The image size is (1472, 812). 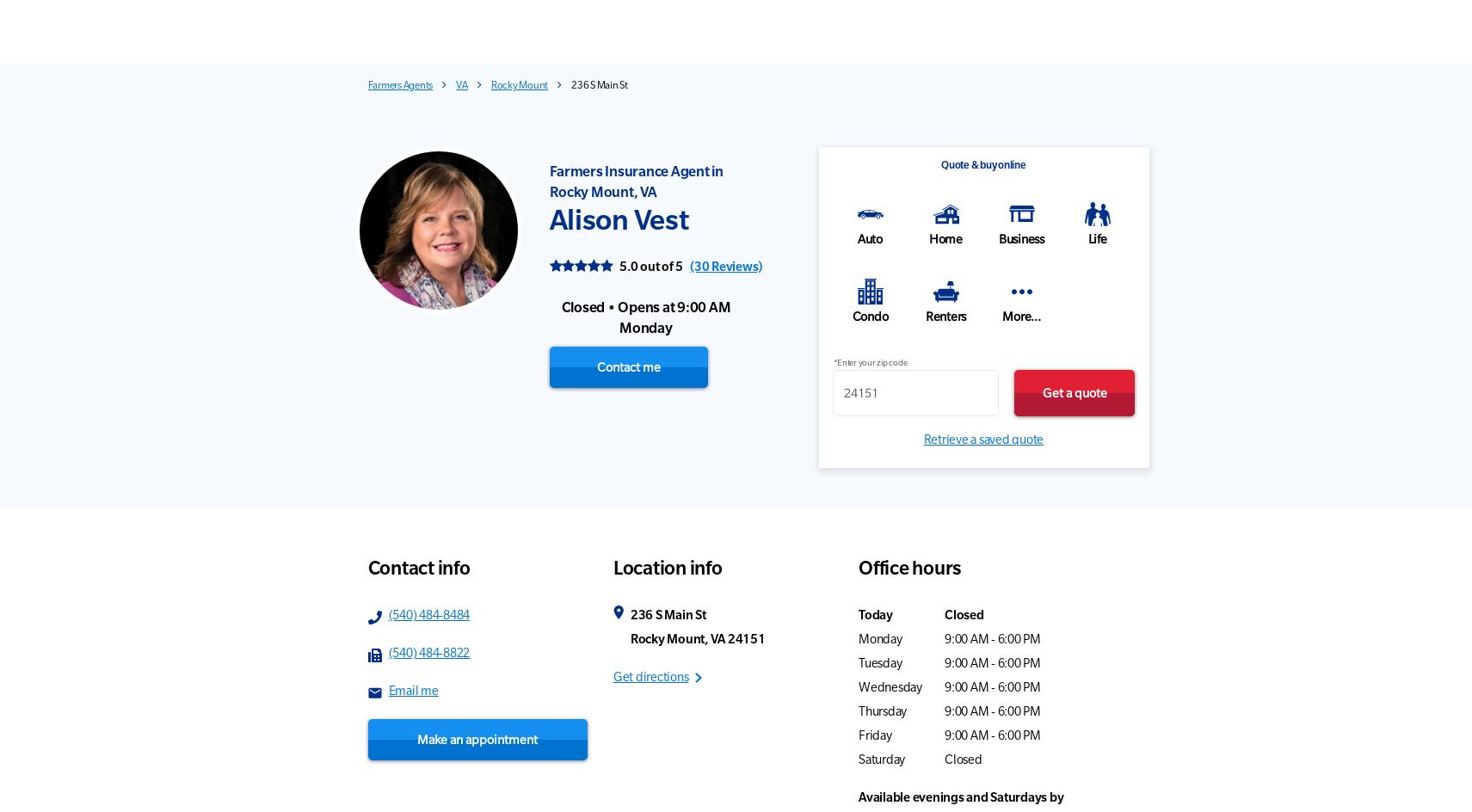 I want to click on 'Excellent service and advice', so click(x=640, y=173).